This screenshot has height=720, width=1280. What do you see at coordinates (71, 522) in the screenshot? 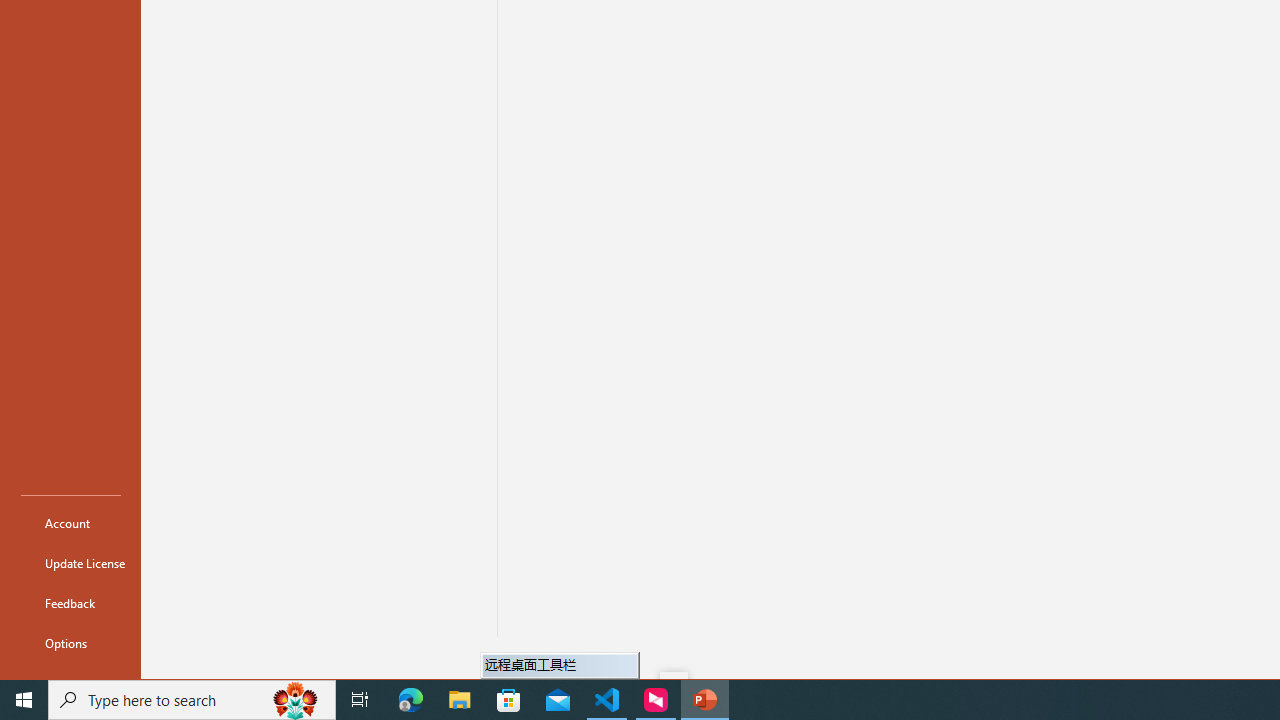
I see `'Account'` at bounding box center [71, 522].